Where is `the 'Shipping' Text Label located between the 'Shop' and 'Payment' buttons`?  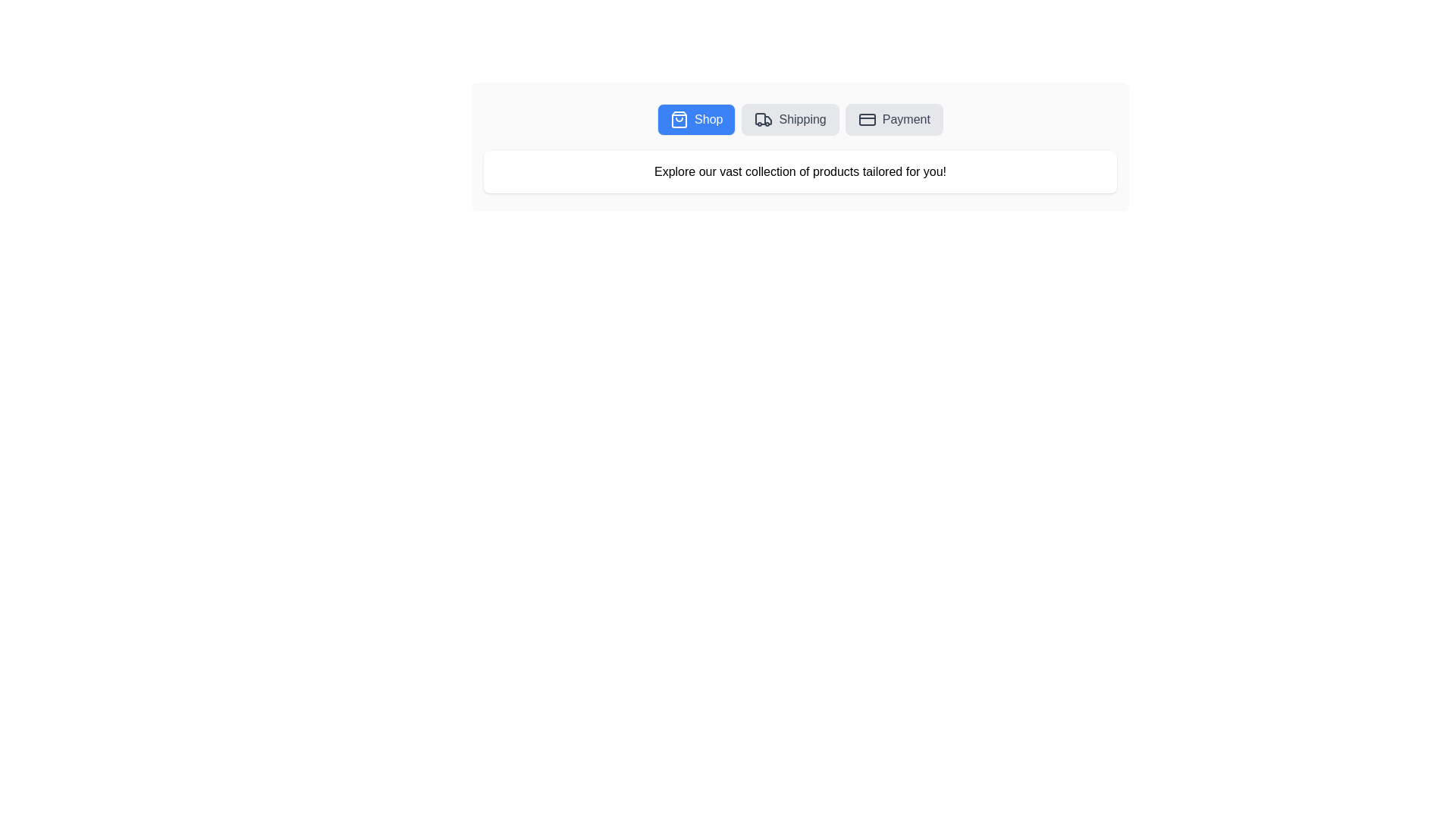
the 'Shipping' Text Label located between the 'Shop' and 'Payment' buttons is located at coordinates (802, 119).